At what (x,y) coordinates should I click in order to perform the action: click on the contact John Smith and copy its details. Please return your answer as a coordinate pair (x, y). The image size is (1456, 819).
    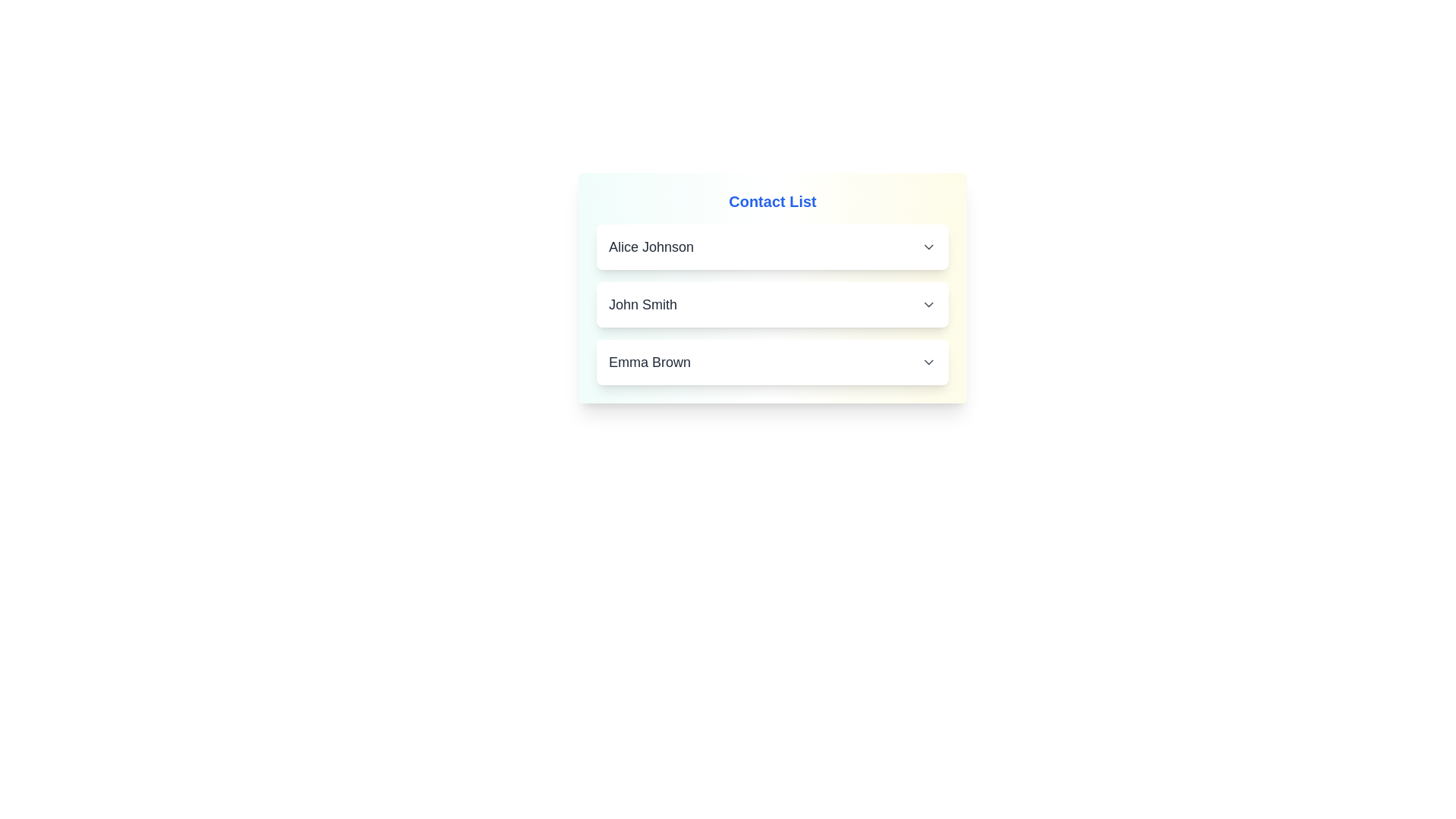
    Looking at the image, I should click on (772, 304).